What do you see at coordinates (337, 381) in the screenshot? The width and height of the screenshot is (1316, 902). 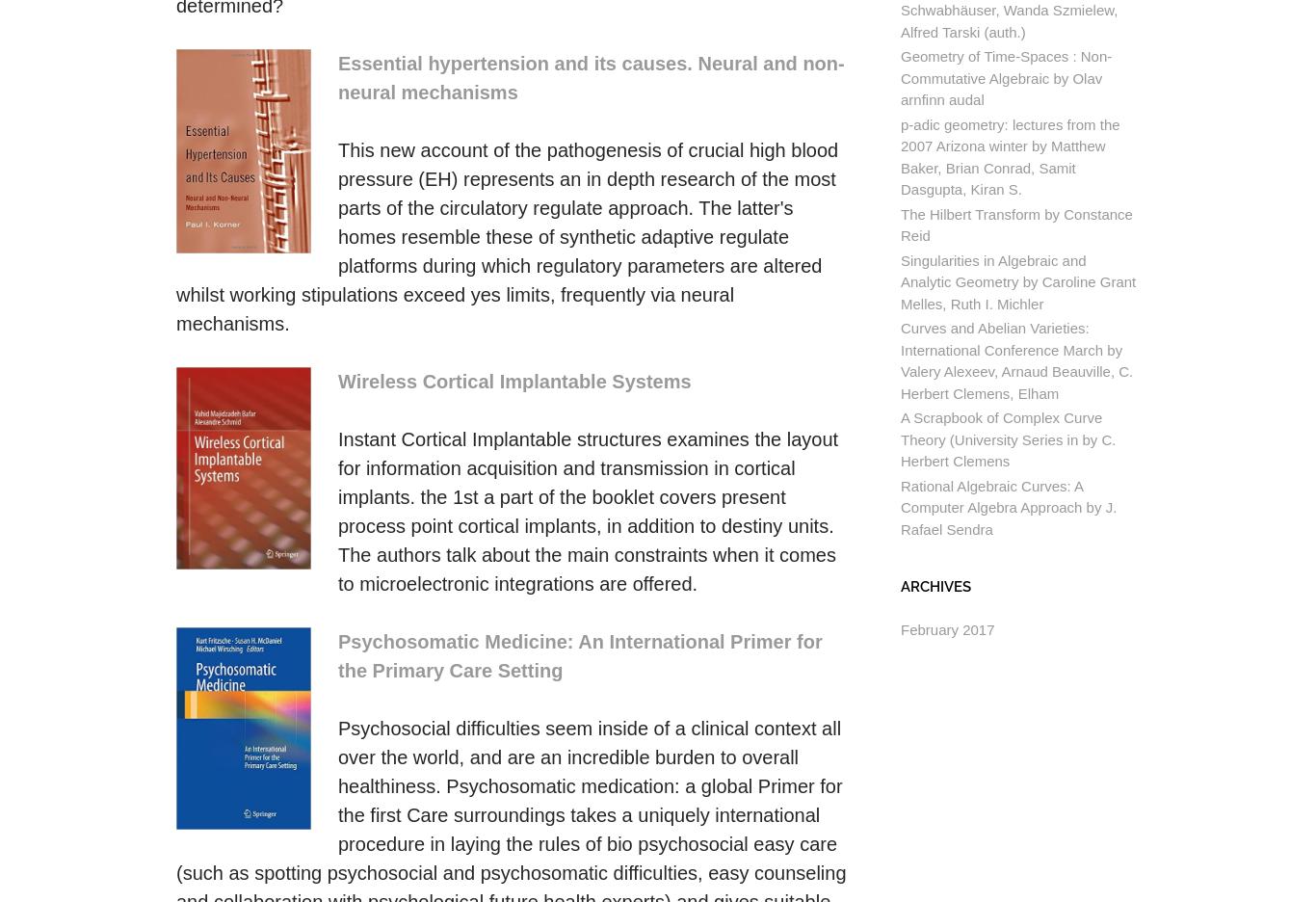 I see `'Wireless Cortical Implantable Systems'` at bounding box center [337, 381].